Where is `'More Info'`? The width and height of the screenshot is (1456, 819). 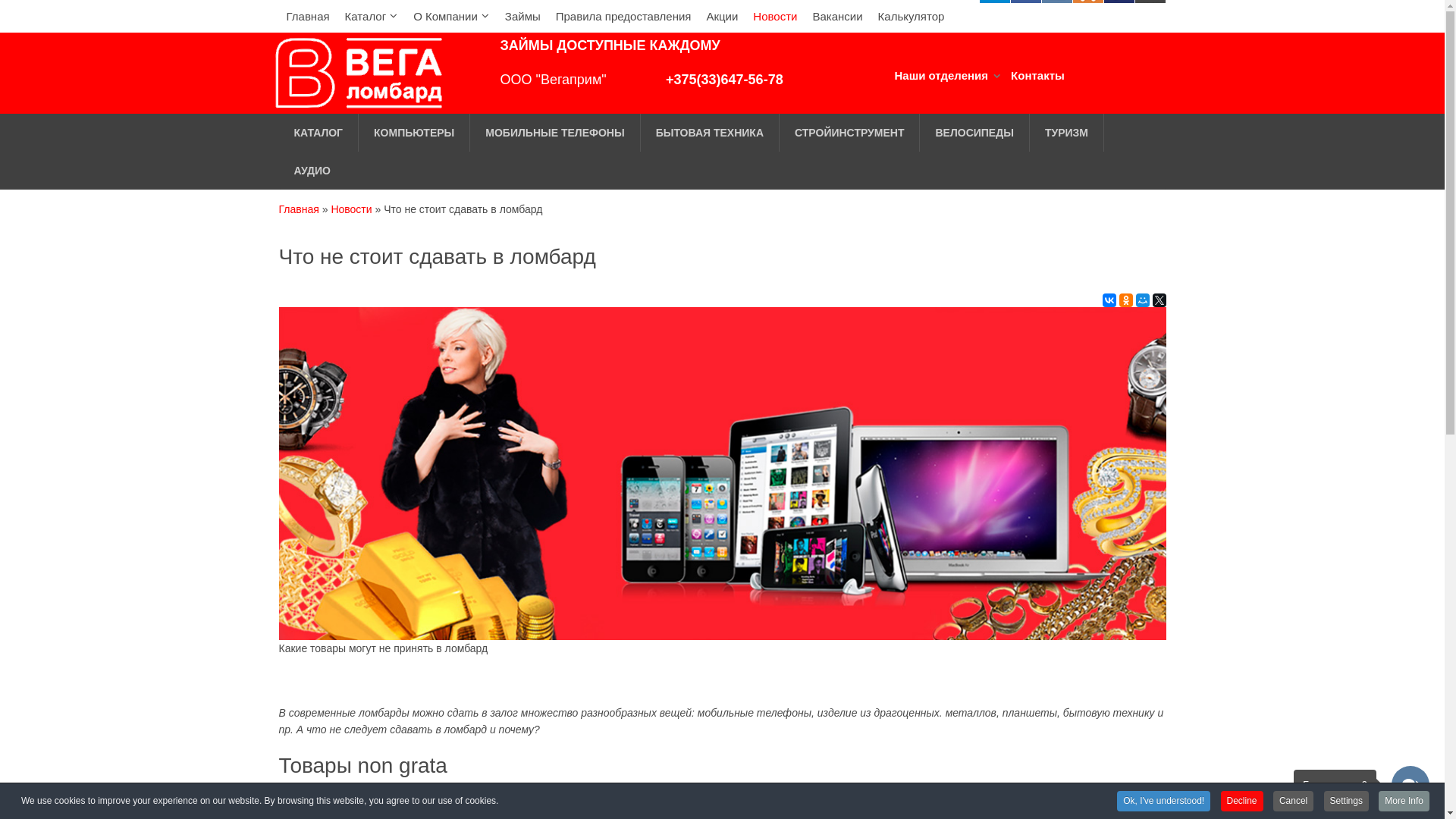 'More Info' is located at coordinates (1379, 800).